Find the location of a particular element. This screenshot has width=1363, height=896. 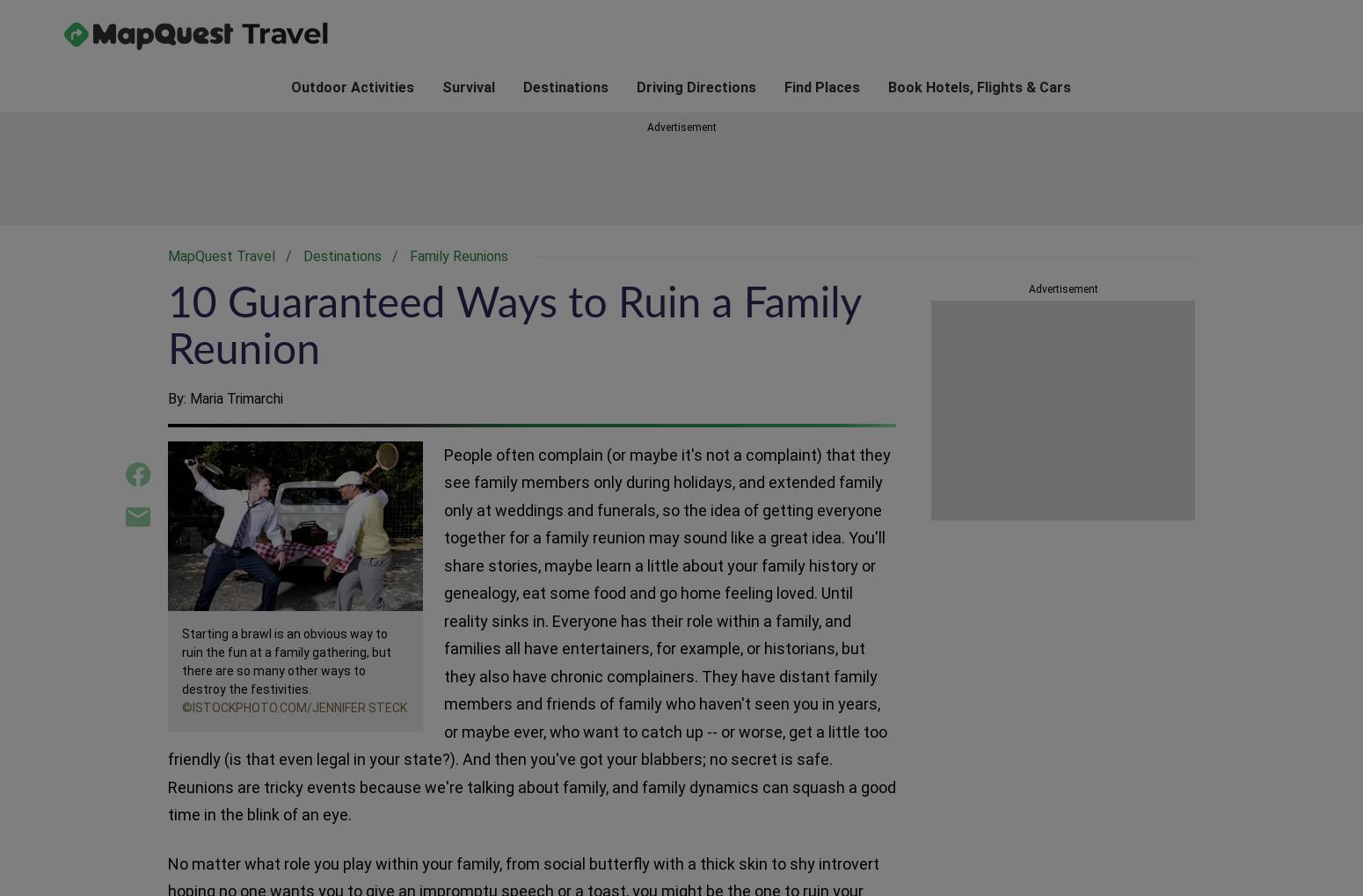

'Maria Trimarchi' is located at coordinates (236, 397).